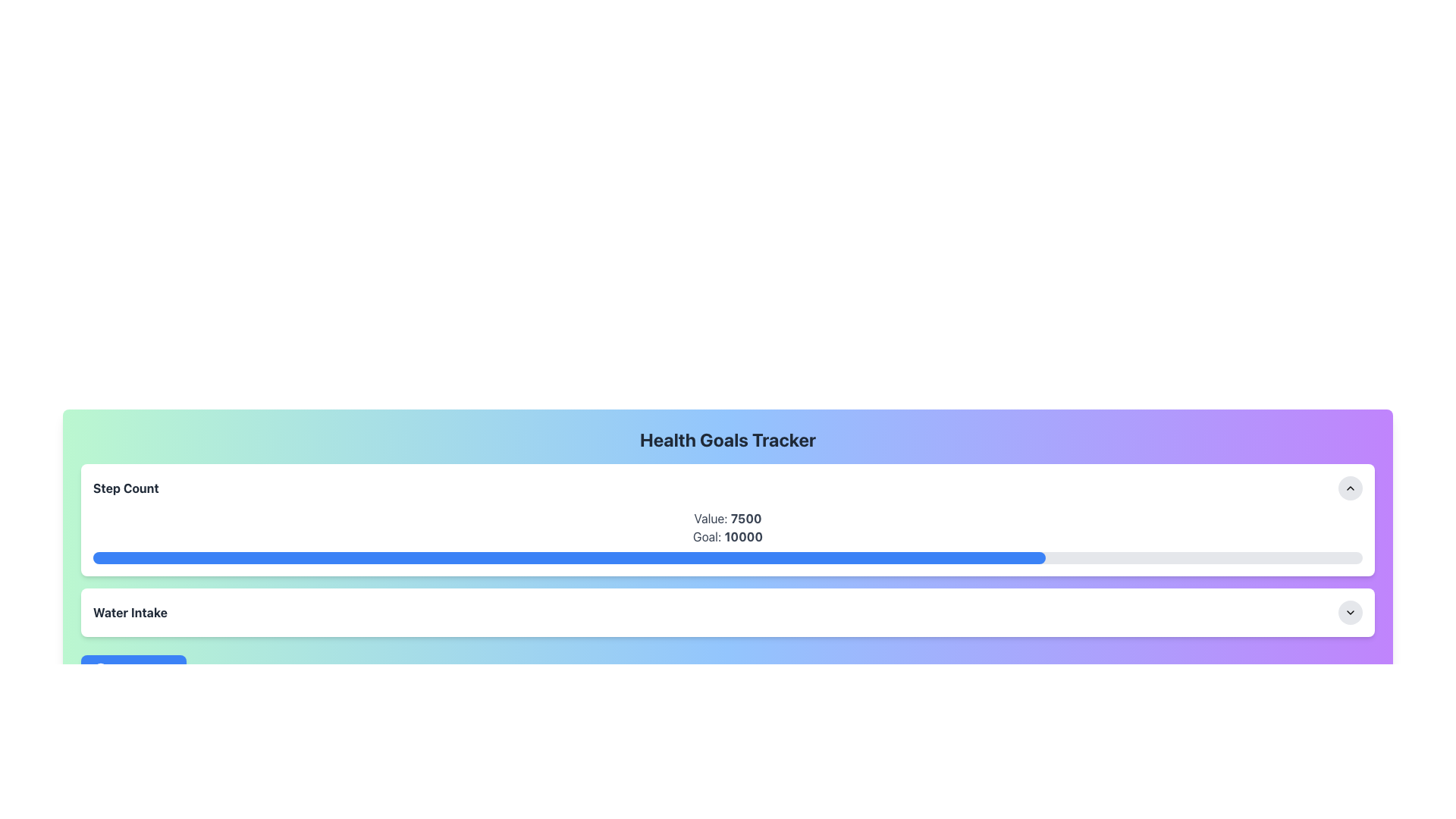  Describe the element at coordinates (100, 669) in the screenshot. I see `the decorative icon located within the 'Add Metric' button, positioned towards the left side` at that location.